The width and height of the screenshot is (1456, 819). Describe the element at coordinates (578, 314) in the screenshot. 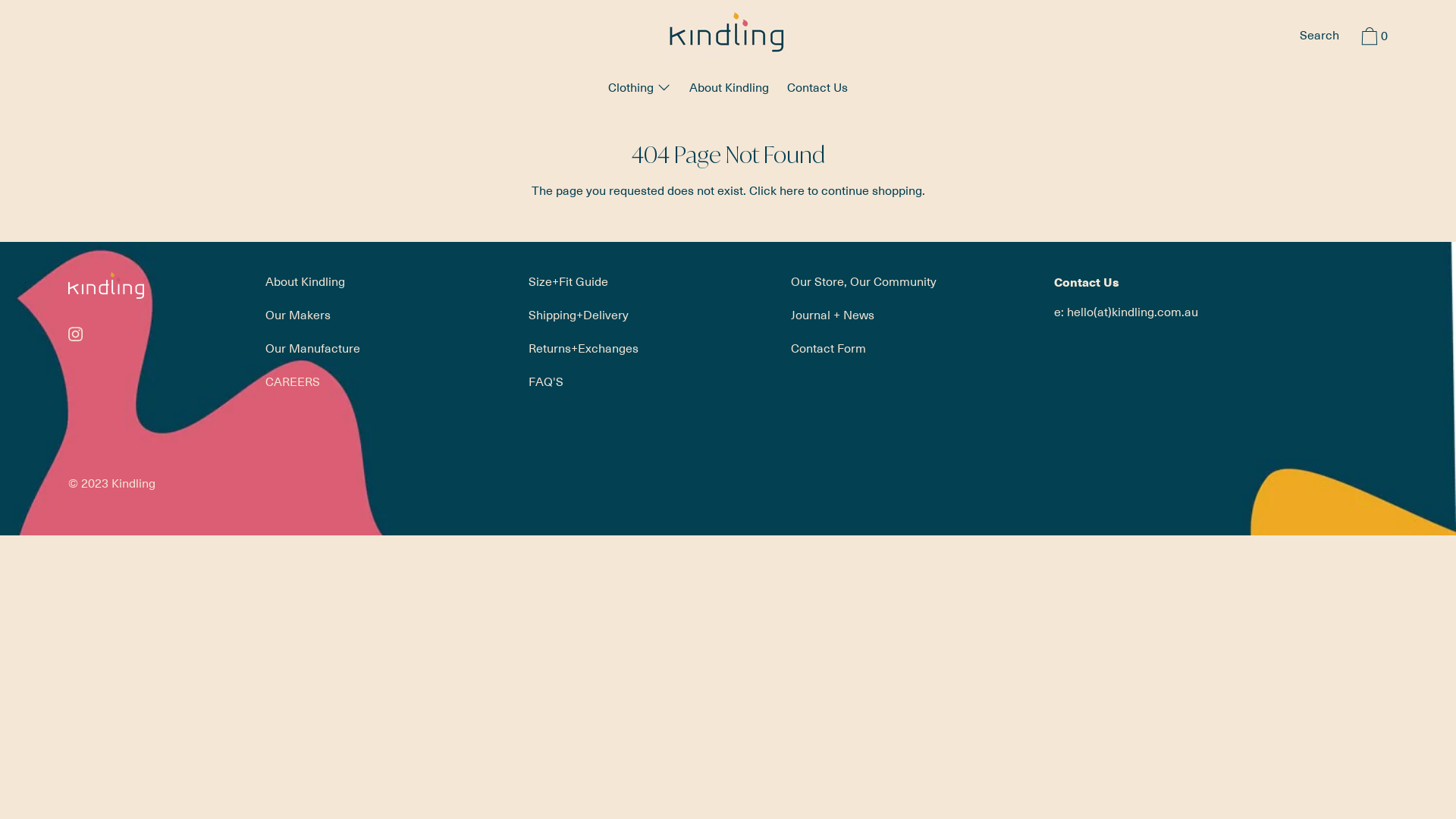

I see `'Shipping+Delivery'` at that location.